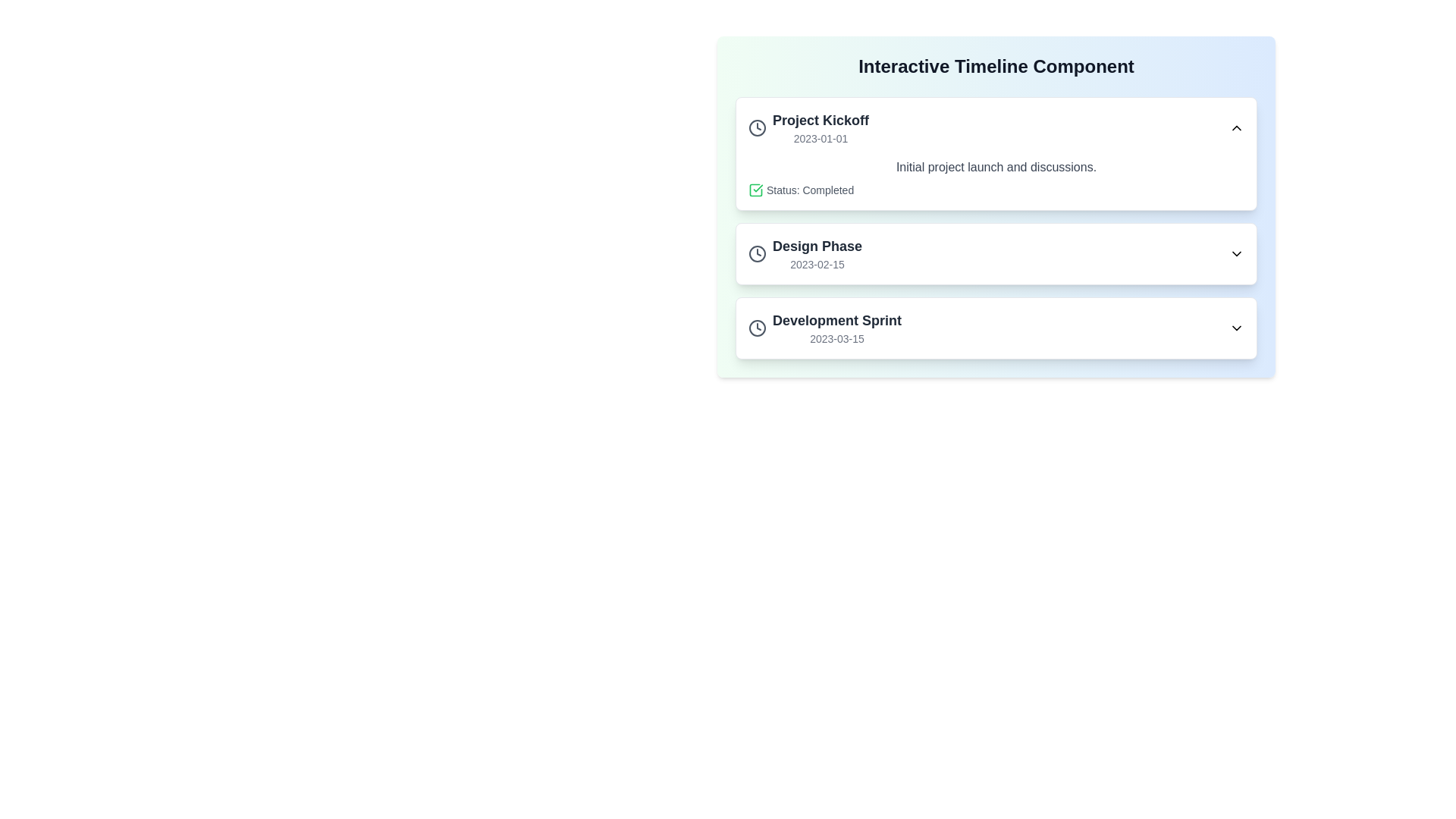  I want to click on the Text label displaying the date '2023-02-15', which is styled in gray and located beneath the header 'Design Phase', so click(817, 263).